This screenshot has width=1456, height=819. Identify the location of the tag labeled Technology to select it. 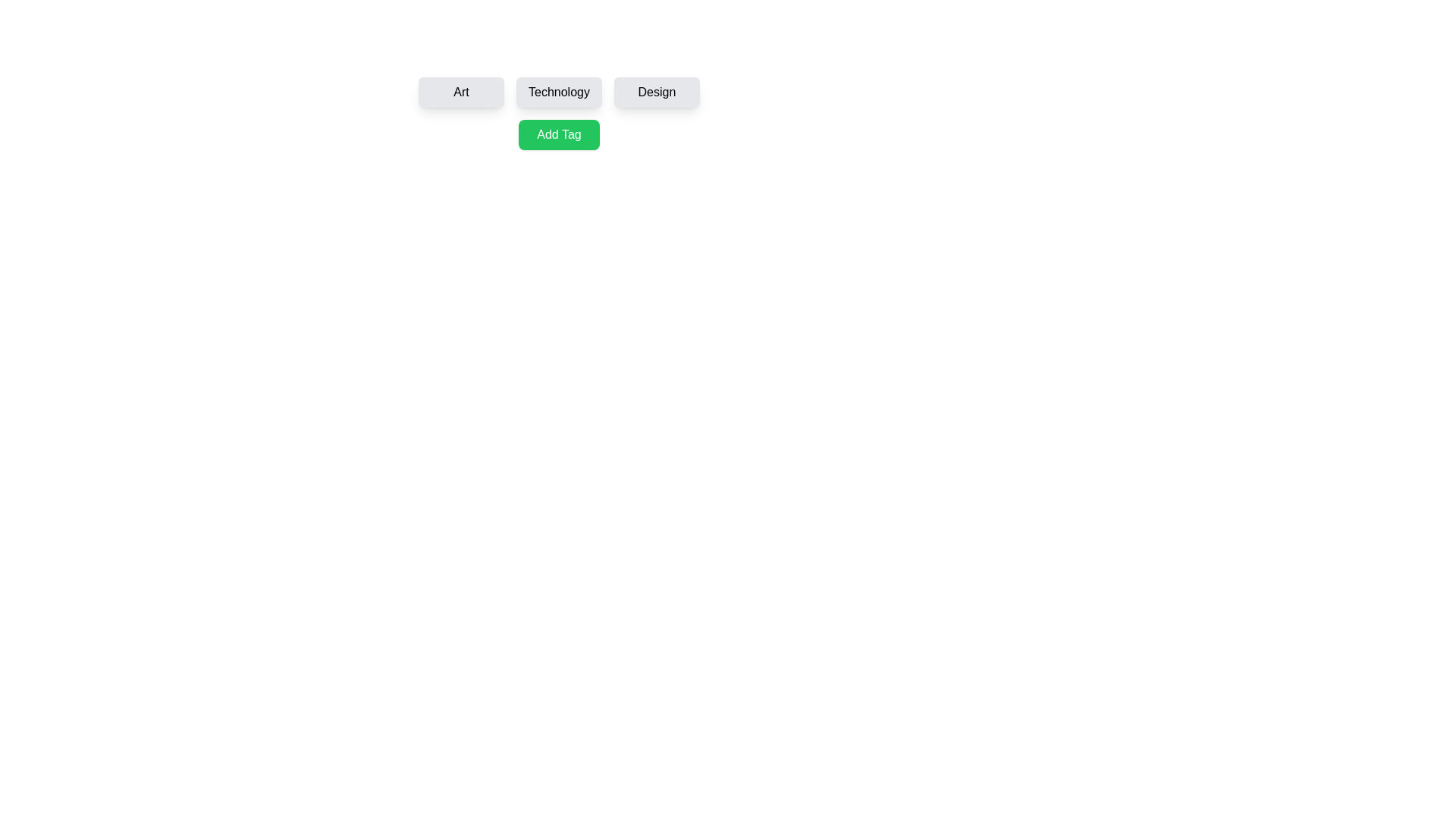
(558, 93).